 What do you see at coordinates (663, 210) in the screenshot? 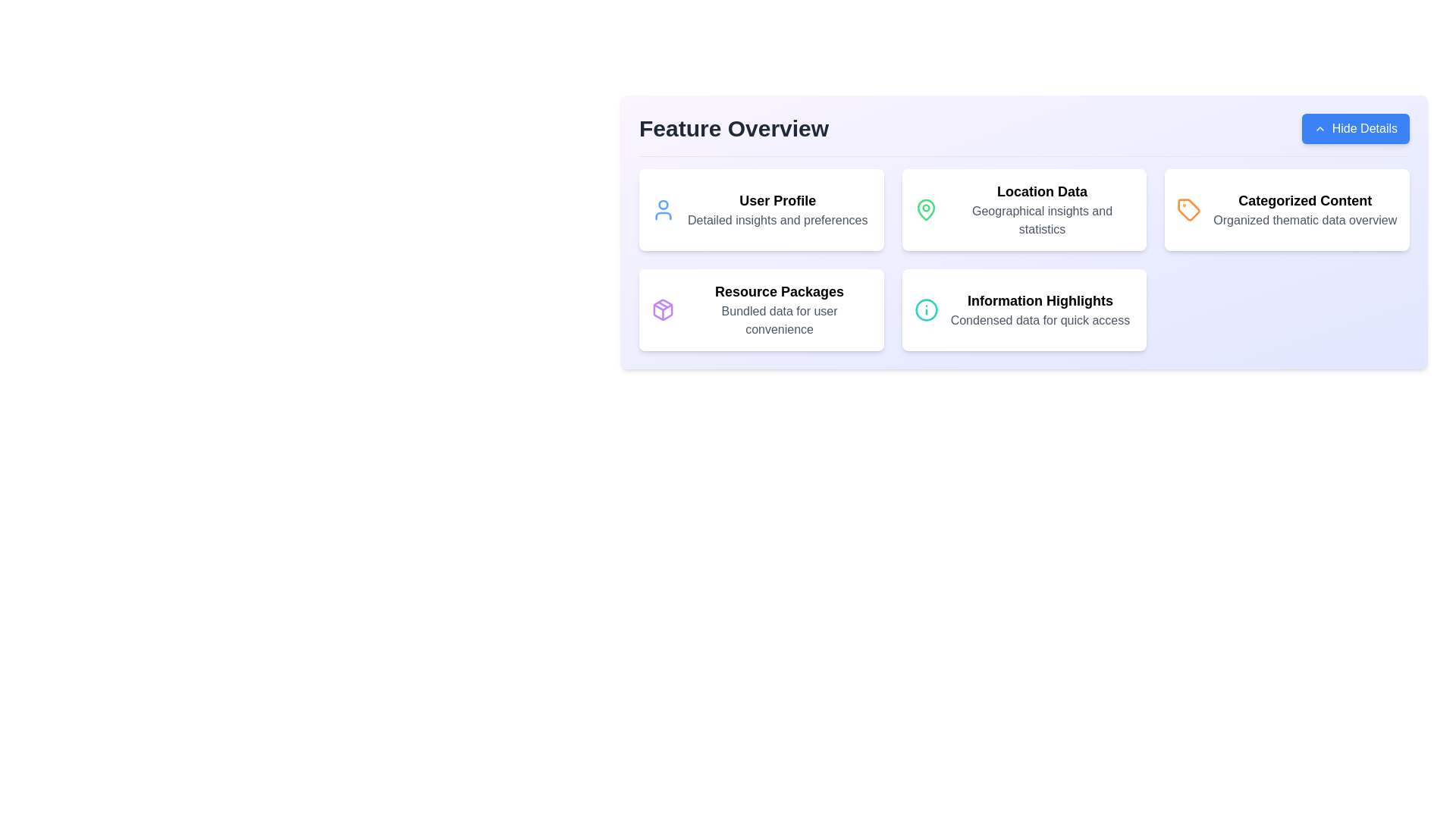
I see `the user icon in the top-left card of the feature grid, which is part of the 'User Profile' section` at bounding box center [663, 210].